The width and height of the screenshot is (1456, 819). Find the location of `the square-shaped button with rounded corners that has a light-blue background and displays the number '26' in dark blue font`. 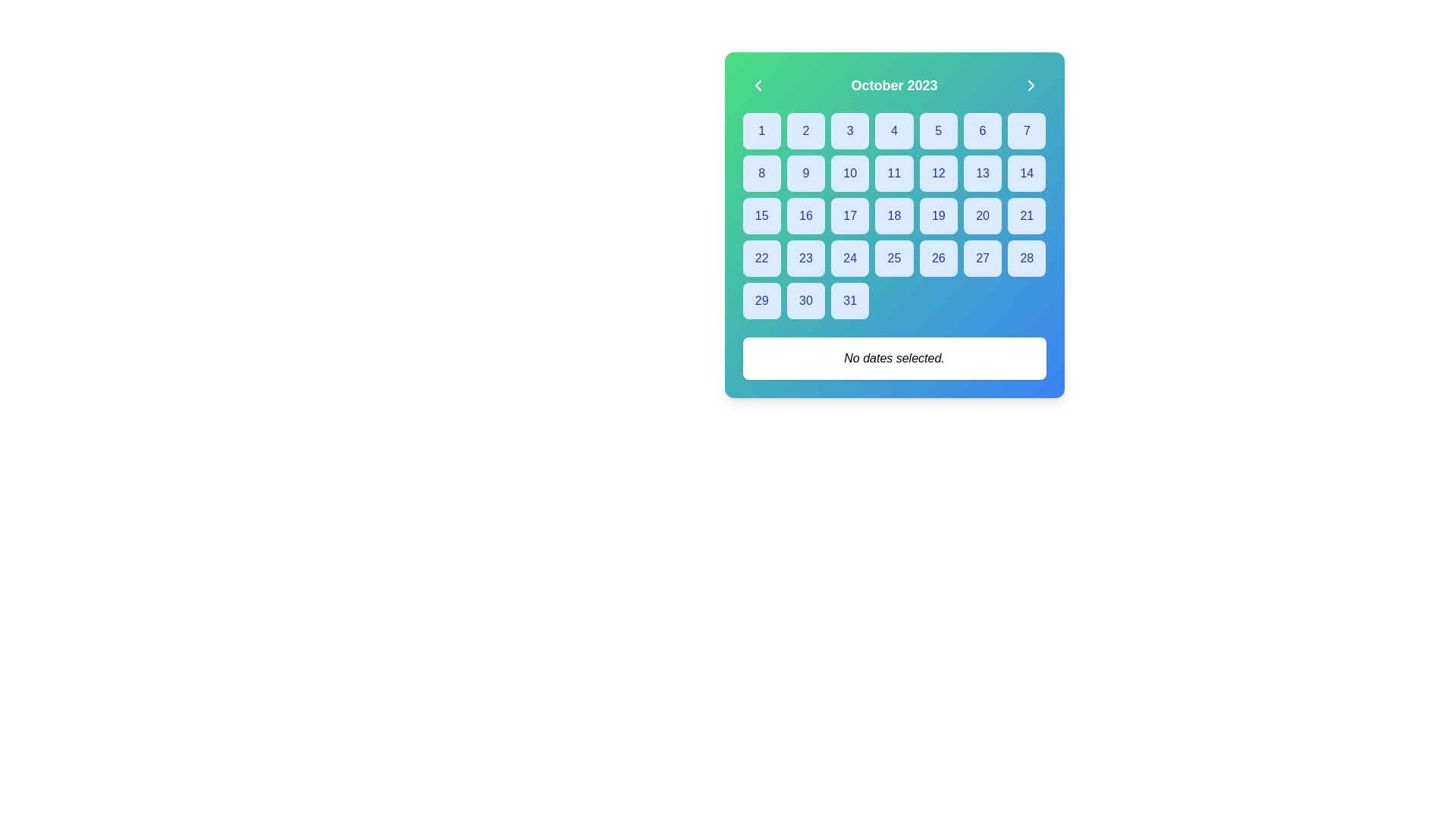

the square-shaped button with rounded corners that has a light-blue background and displays the number '26' in dark blue font is located at coordinates (937, 257).